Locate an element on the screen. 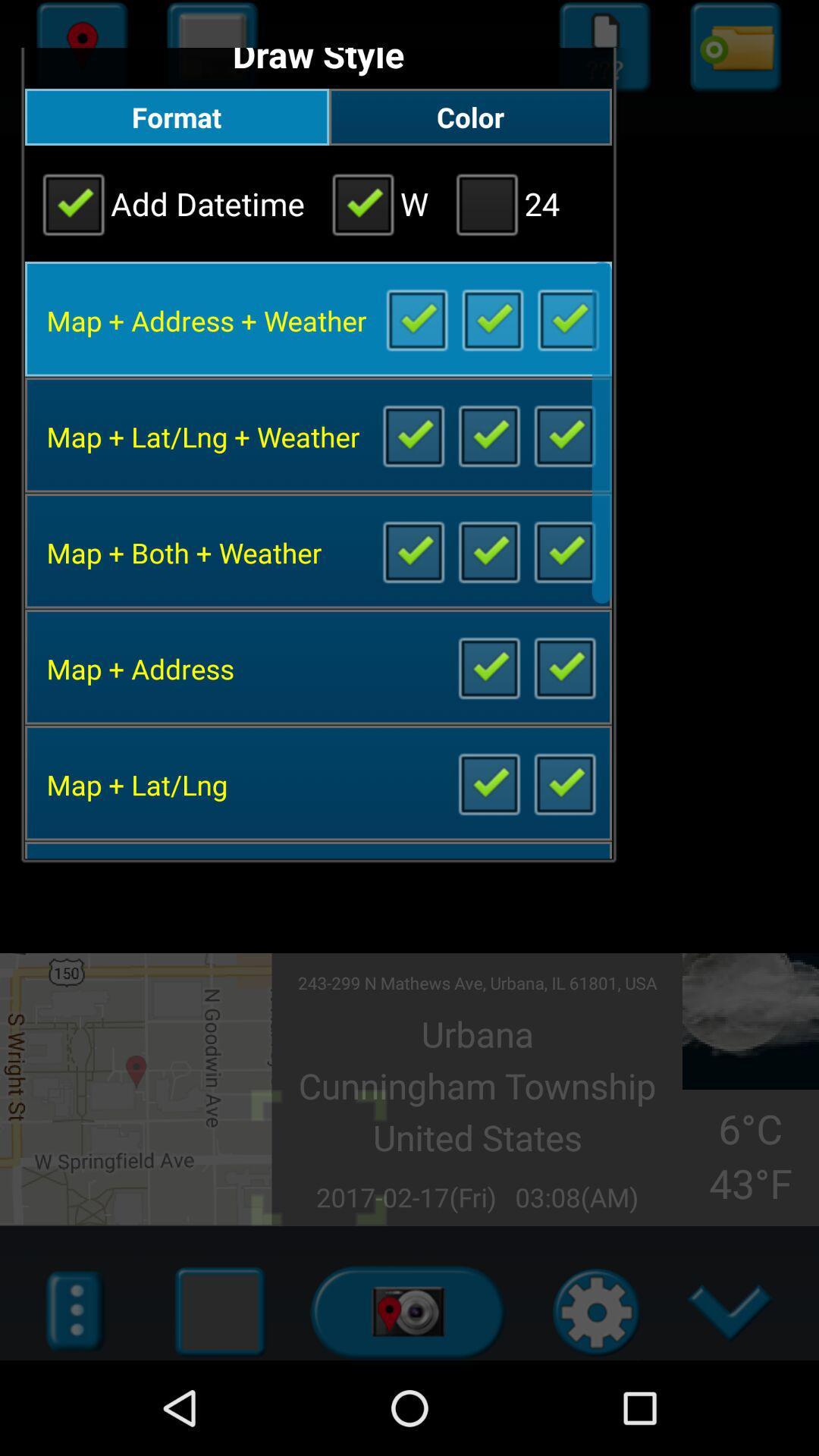 This screenshot has width=819, height=1456. map and weather toggle is located at coordinates (488, 550).